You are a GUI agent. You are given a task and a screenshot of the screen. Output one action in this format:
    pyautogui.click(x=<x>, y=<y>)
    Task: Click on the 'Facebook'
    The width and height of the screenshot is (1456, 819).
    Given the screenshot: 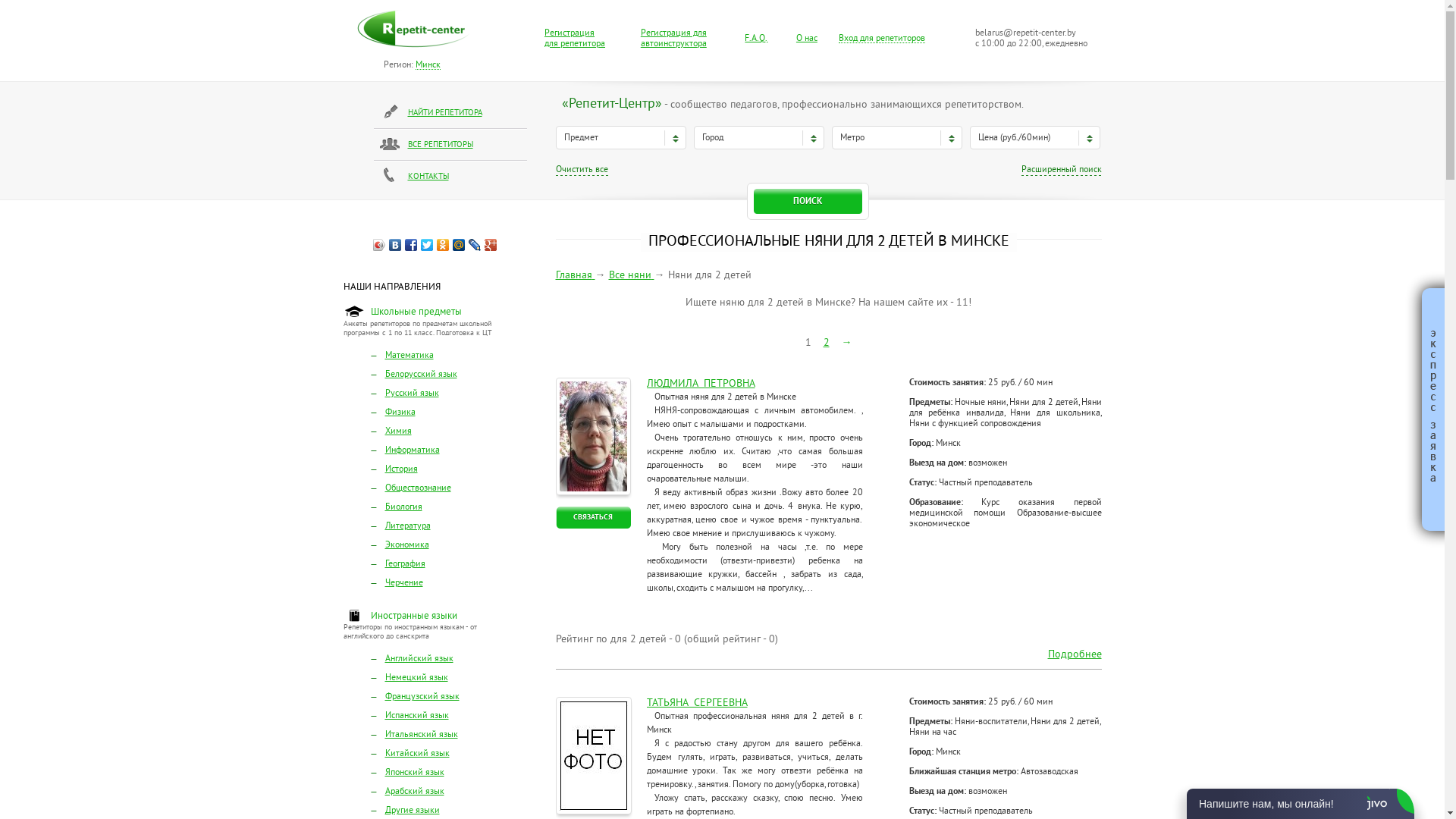 What is the action you would take?
    pyautogui.click(x=411, y=244)
    